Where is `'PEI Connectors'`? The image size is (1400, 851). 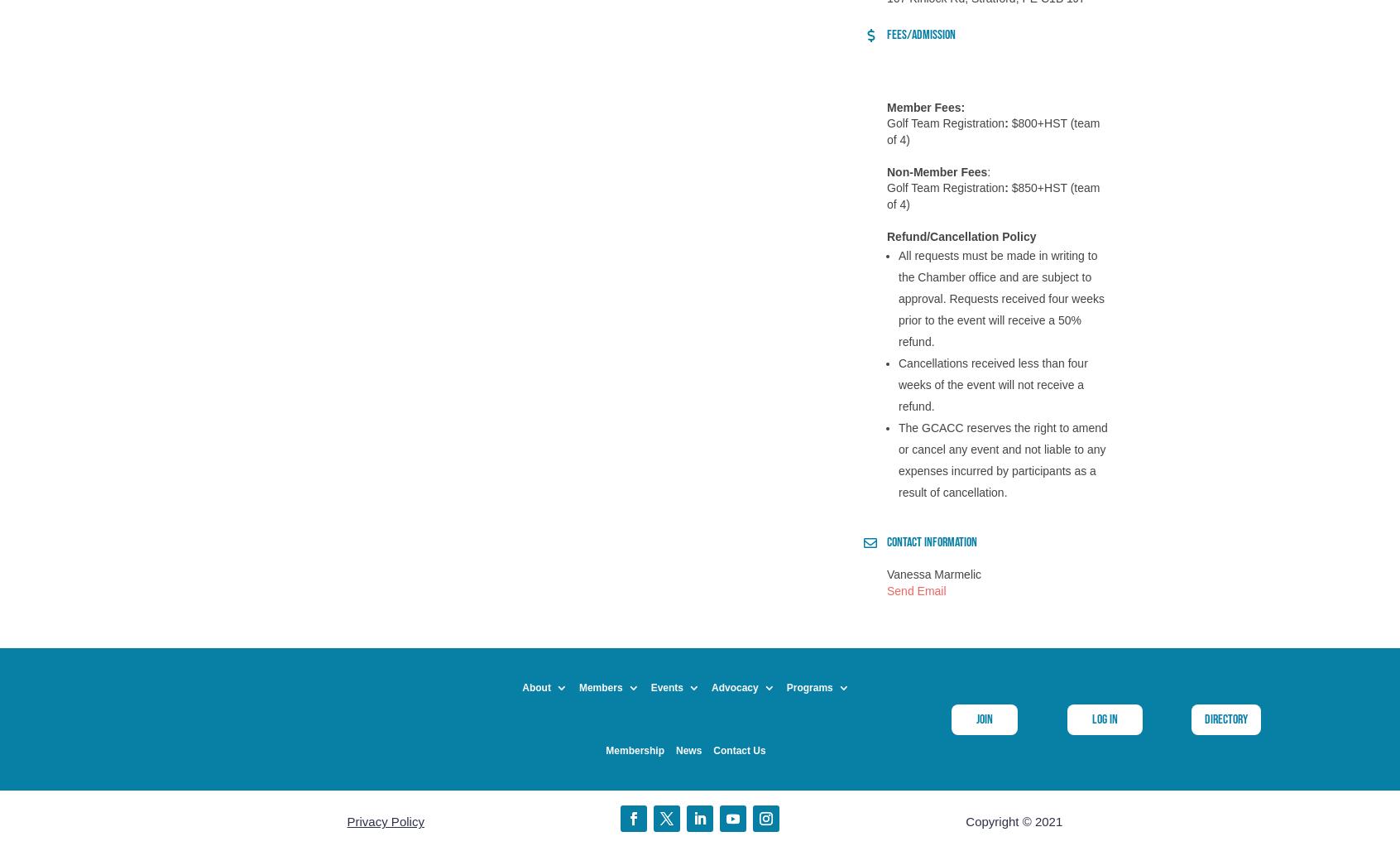 'PEI Connectors' is located at coordinates (850, 521).